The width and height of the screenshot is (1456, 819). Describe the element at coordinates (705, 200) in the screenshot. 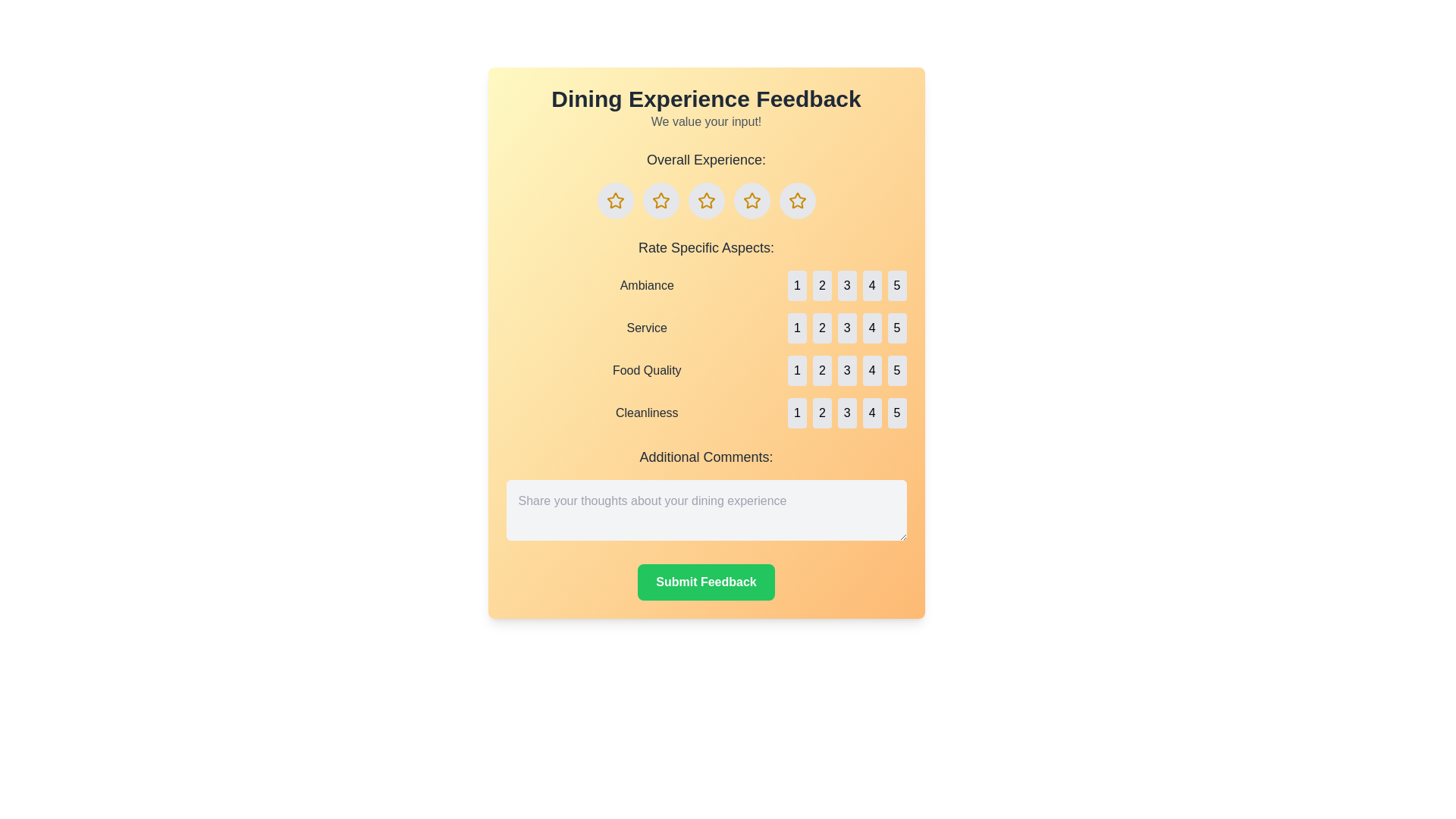

I see `the third star icon in the 'Overall Experience' section to assign a rating` at that location.